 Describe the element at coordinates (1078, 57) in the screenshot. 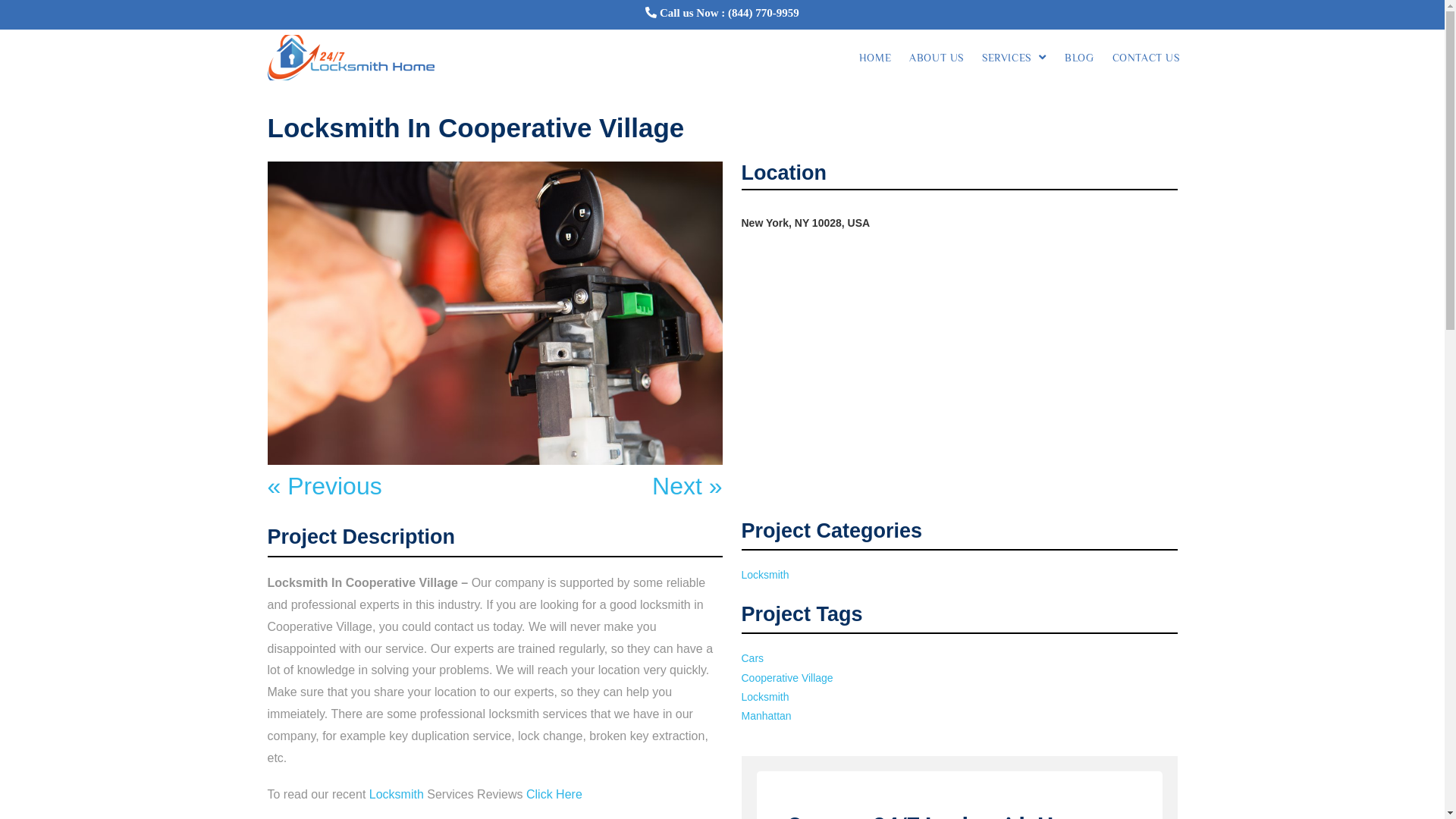

I see `'BLOG'` at that location.